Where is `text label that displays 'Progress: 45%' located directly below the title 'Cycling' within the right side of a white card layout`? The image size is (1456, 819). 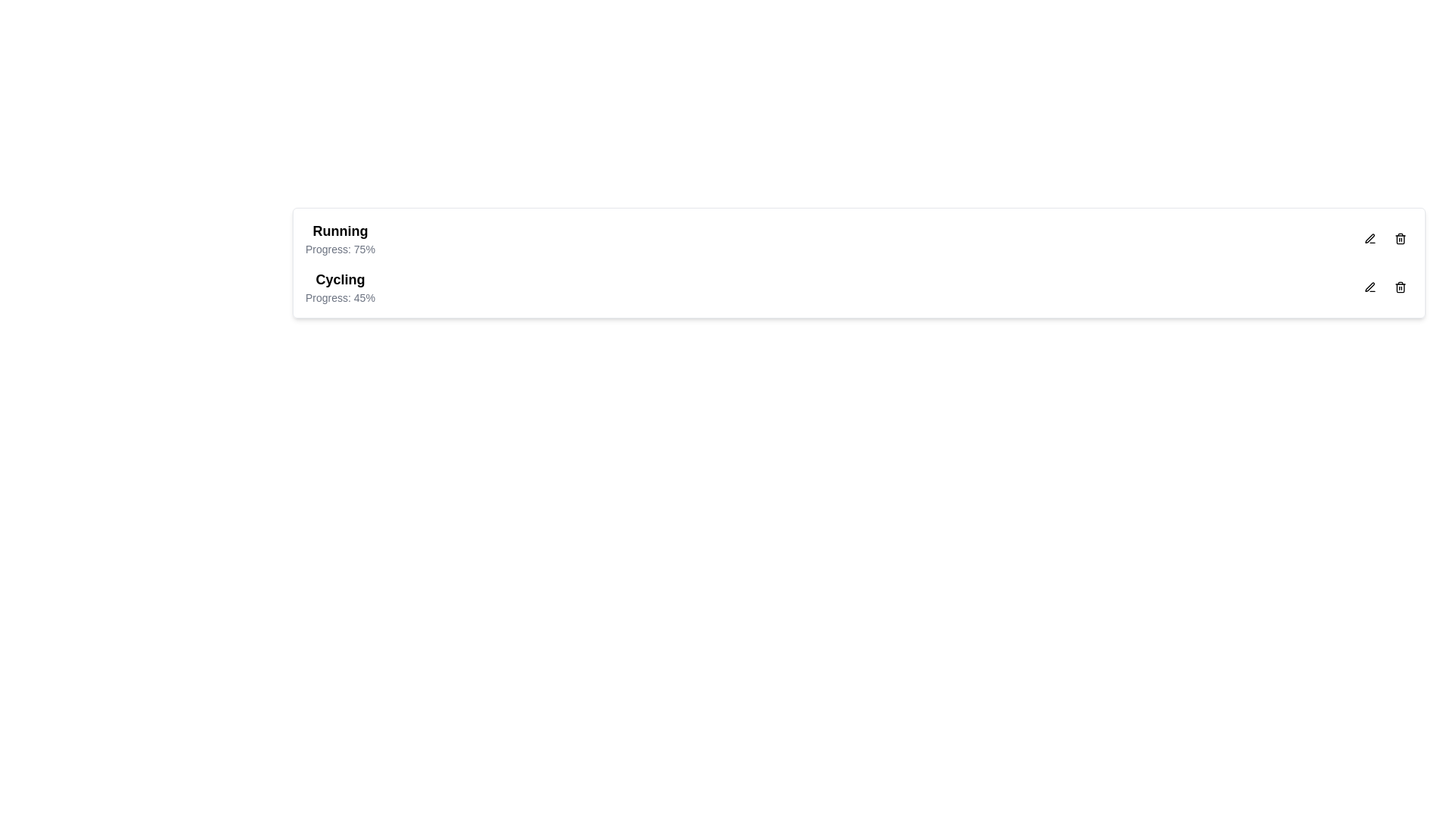 text label that displays 'Progress: 45%' located directly below the title 'Cycling' within the right side of a white card layout is located at coordinates (339, 298).